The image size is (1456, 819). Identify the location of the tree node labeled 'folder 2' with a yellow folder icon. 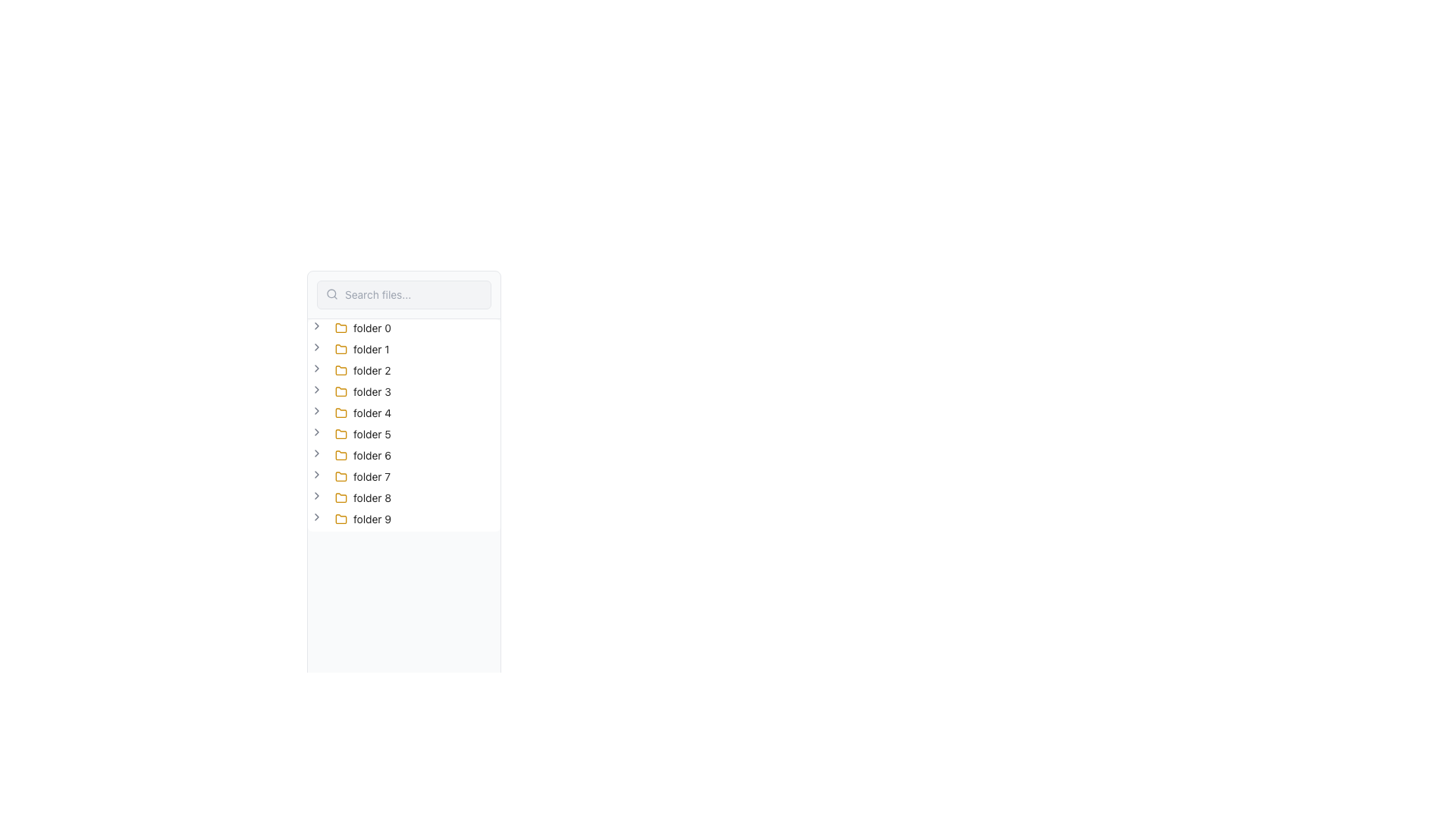
(351, 371).